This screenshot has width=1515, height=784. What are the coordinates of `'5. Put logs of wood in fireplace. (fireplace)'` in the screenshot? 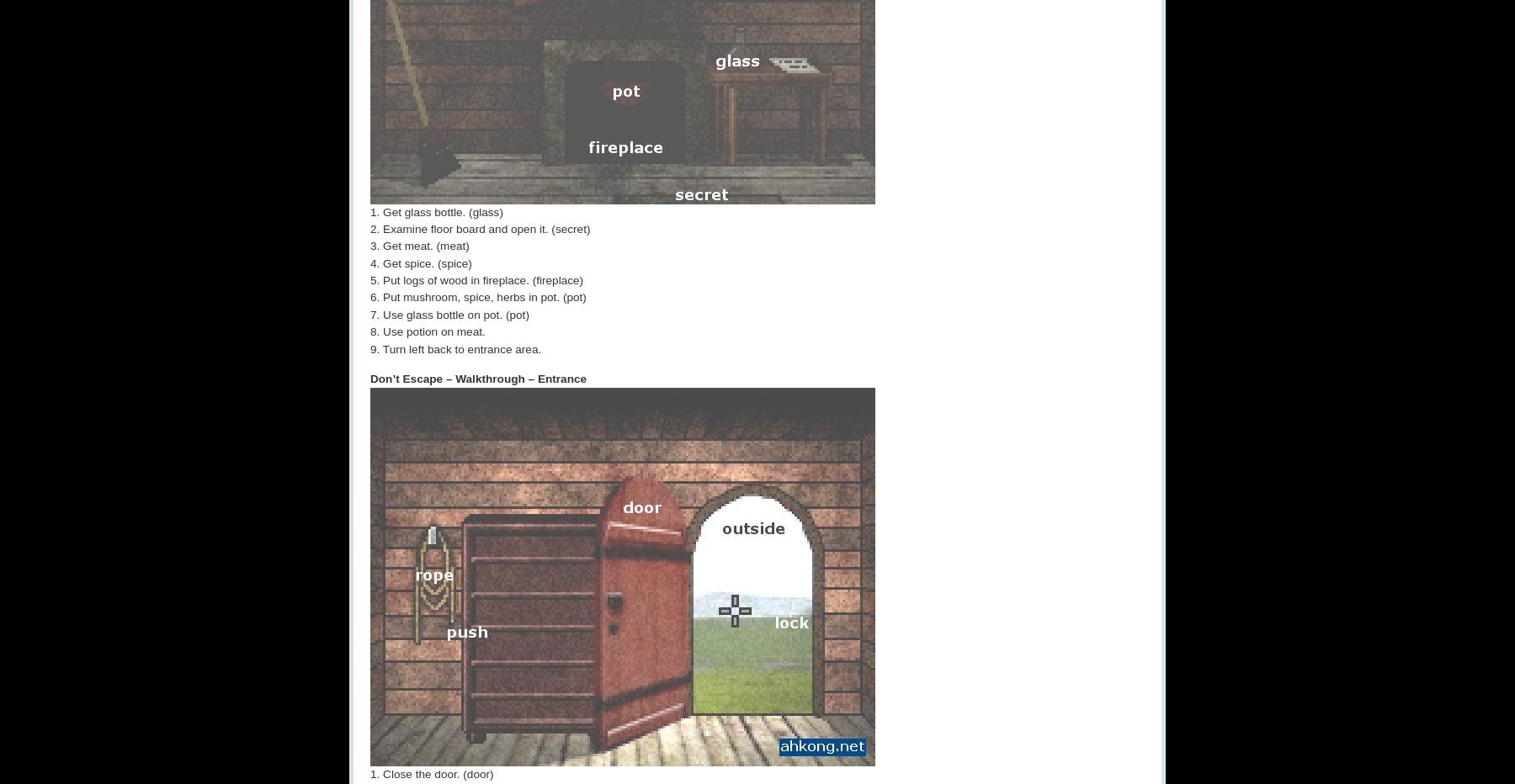 It's located at (476, 280).